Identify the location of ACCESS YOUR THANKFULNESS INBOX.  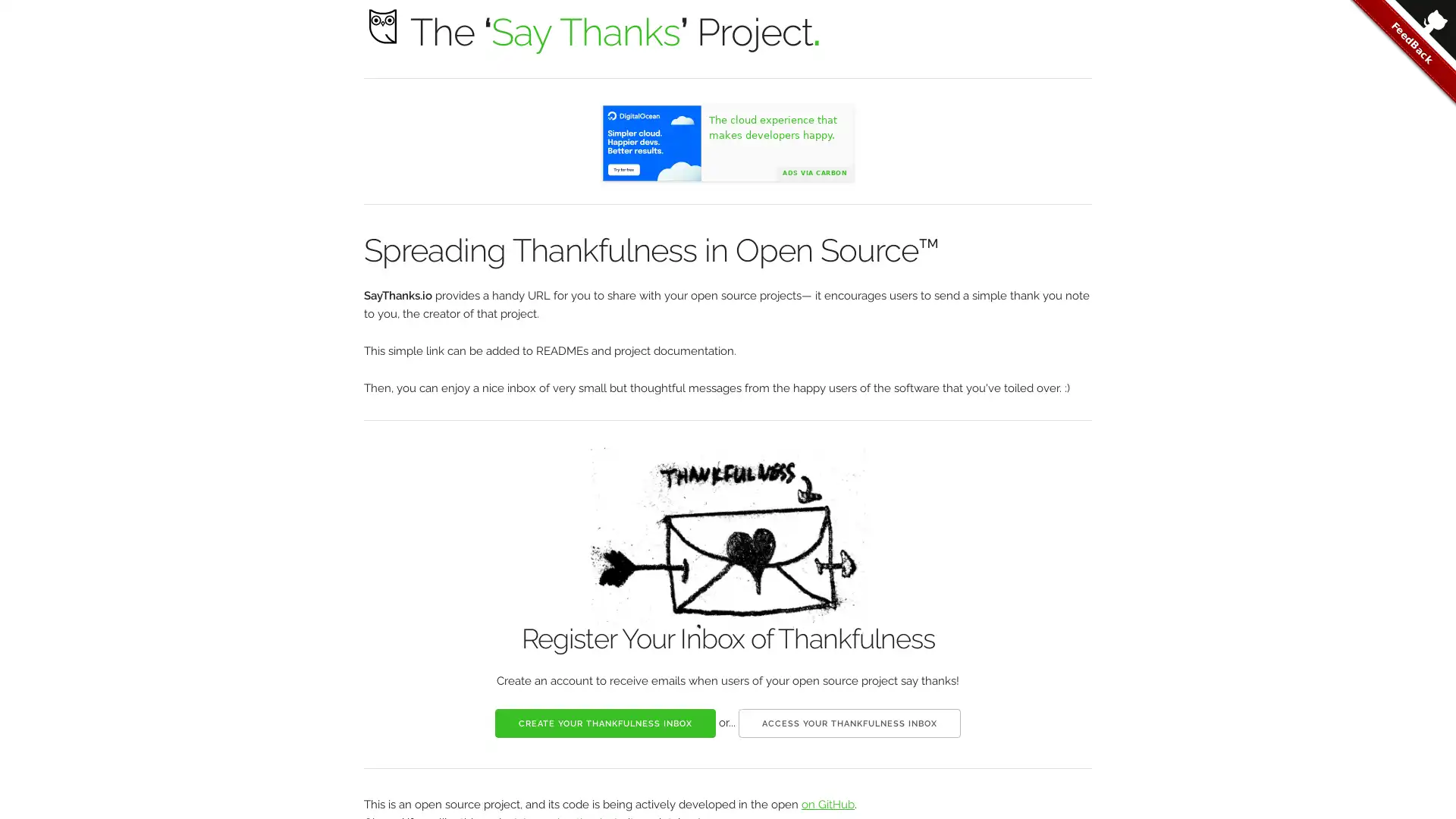
(849, 721).